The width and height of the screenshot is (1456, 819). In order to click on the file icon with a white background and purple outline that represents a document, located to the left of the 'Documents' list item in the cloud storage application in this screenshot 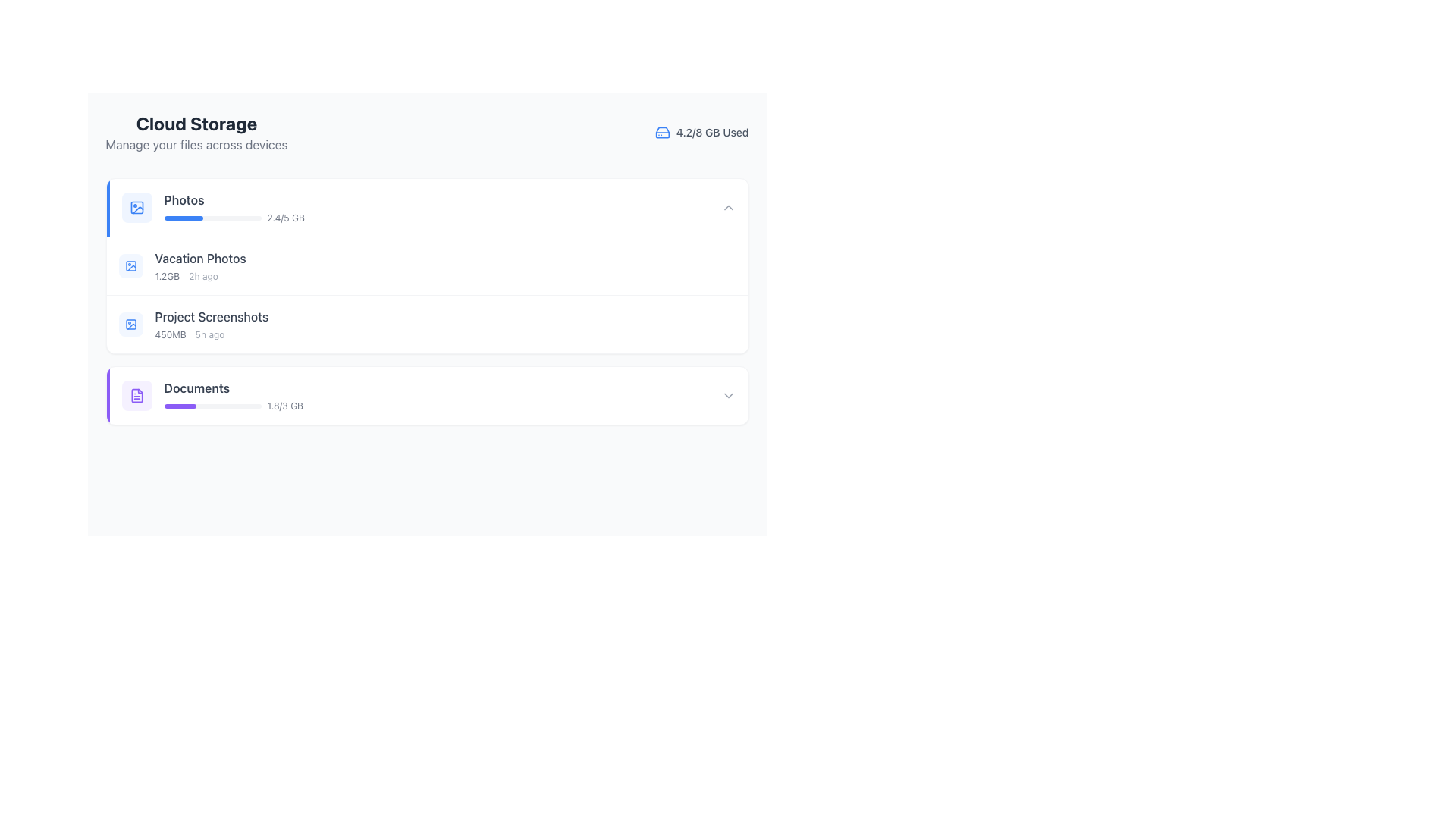, I will do `click(136, 394)`.